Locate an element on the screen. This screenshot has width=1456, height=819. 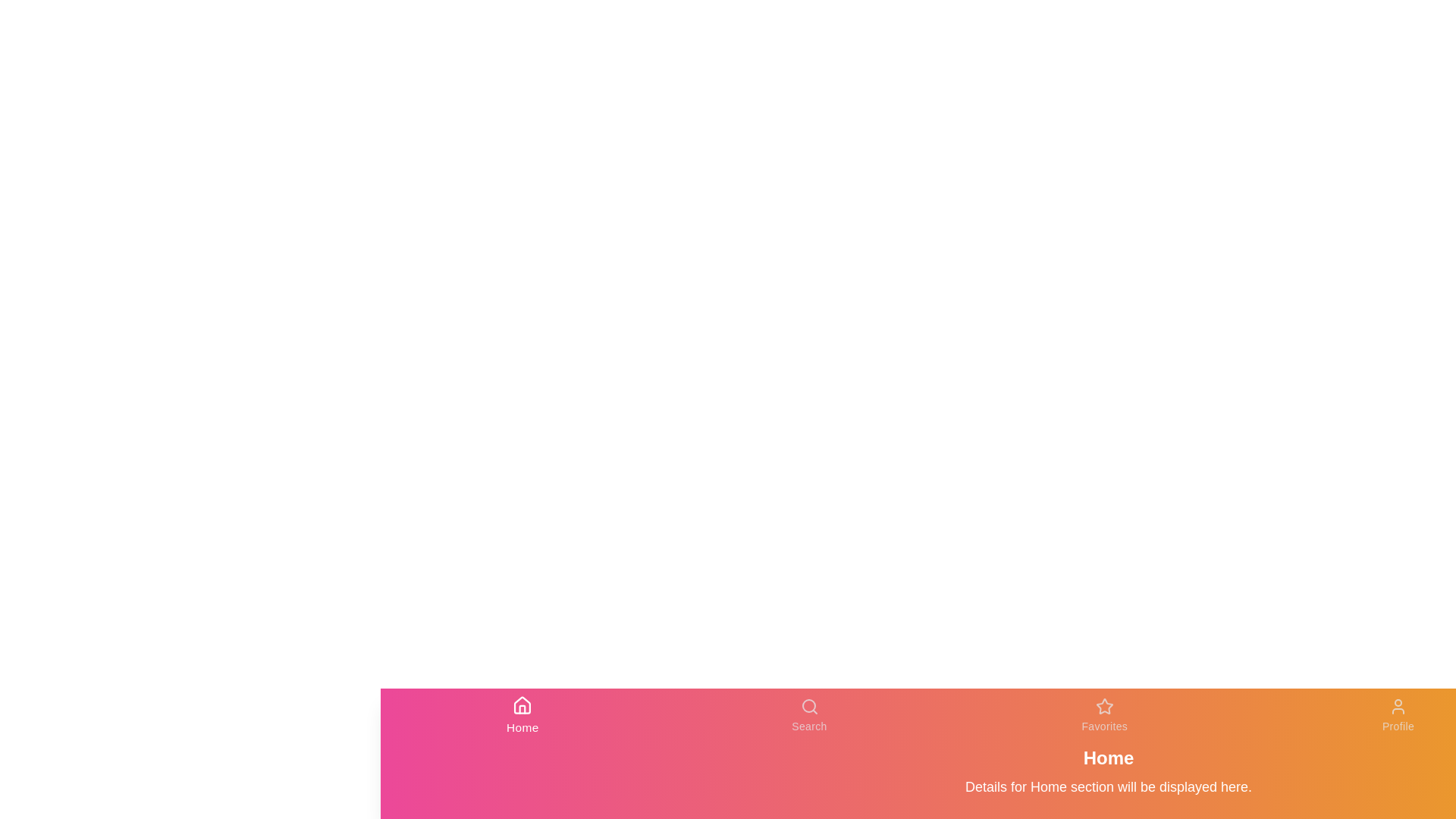
the Home tab to view its content is located at coordinates (522, 716).